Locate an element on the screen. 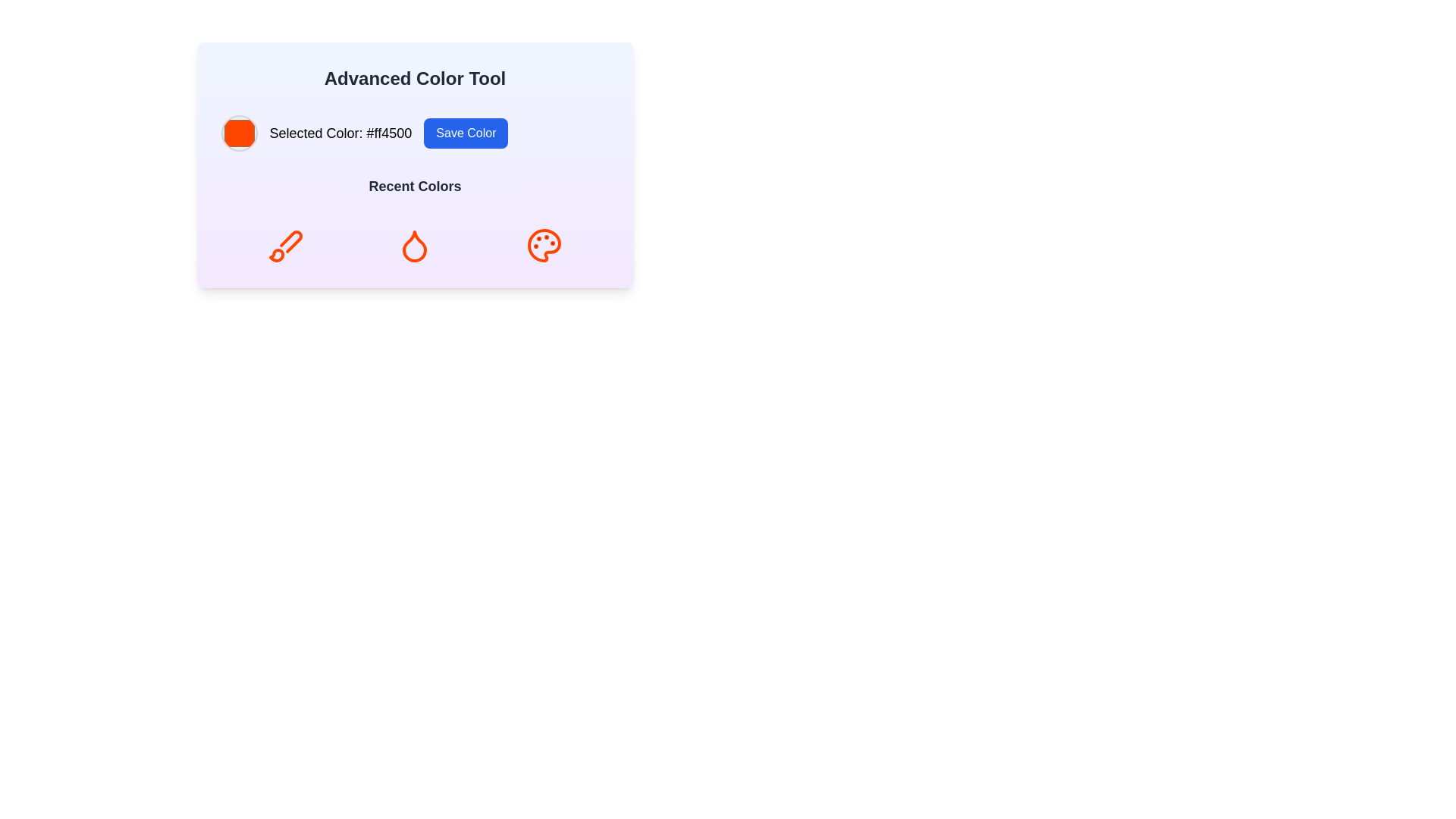 This screenshot has width=1456, height=819. the color palette icon located as the third icon from the left in a horizontal line of three icons for color-related actions is located at coordinates (544, 245).